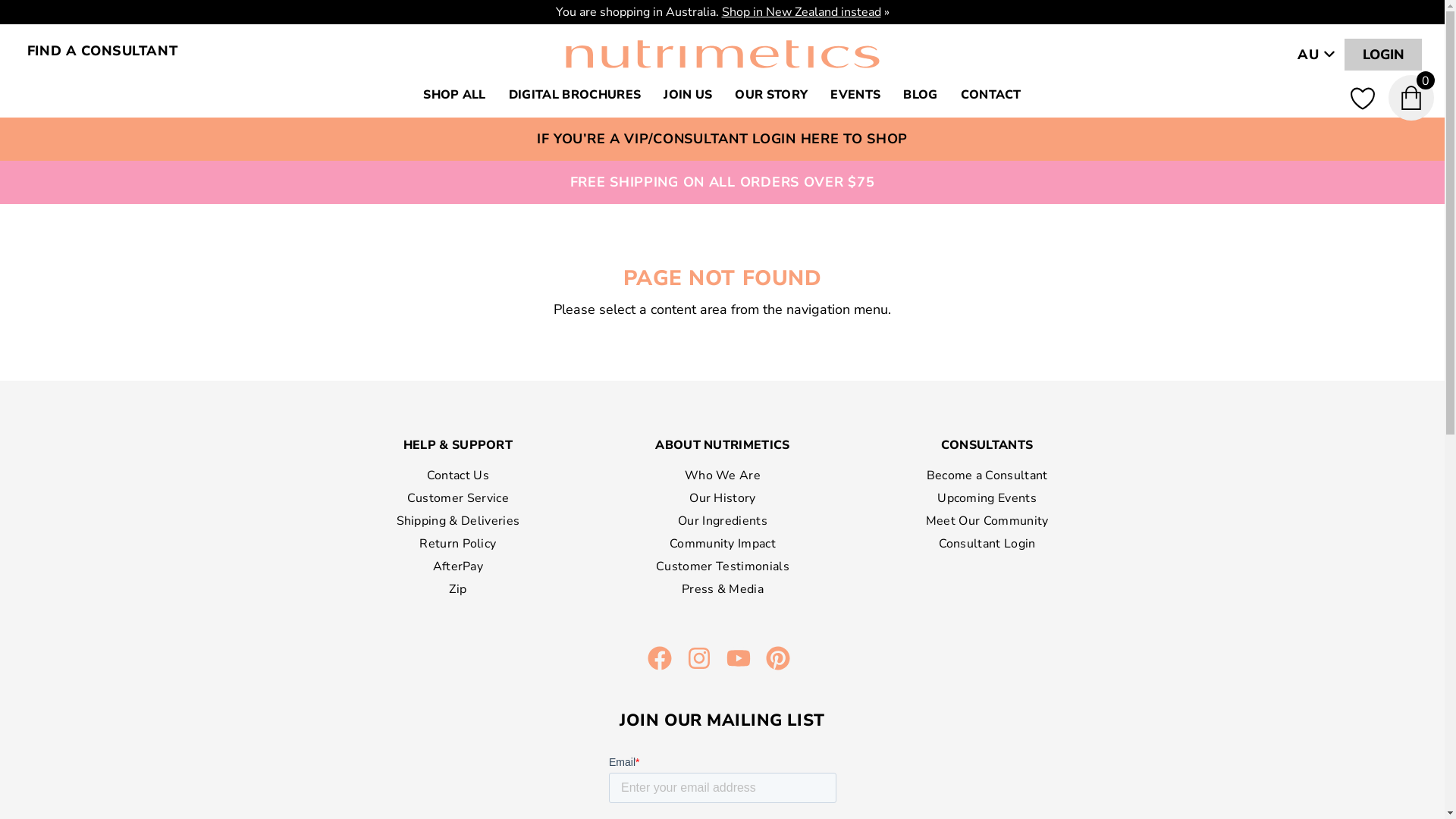 This screenshot has width=1456, height=819. Describe the element at coordinates (721, 497) in the screenshot. I see `'Our History'` at that location.